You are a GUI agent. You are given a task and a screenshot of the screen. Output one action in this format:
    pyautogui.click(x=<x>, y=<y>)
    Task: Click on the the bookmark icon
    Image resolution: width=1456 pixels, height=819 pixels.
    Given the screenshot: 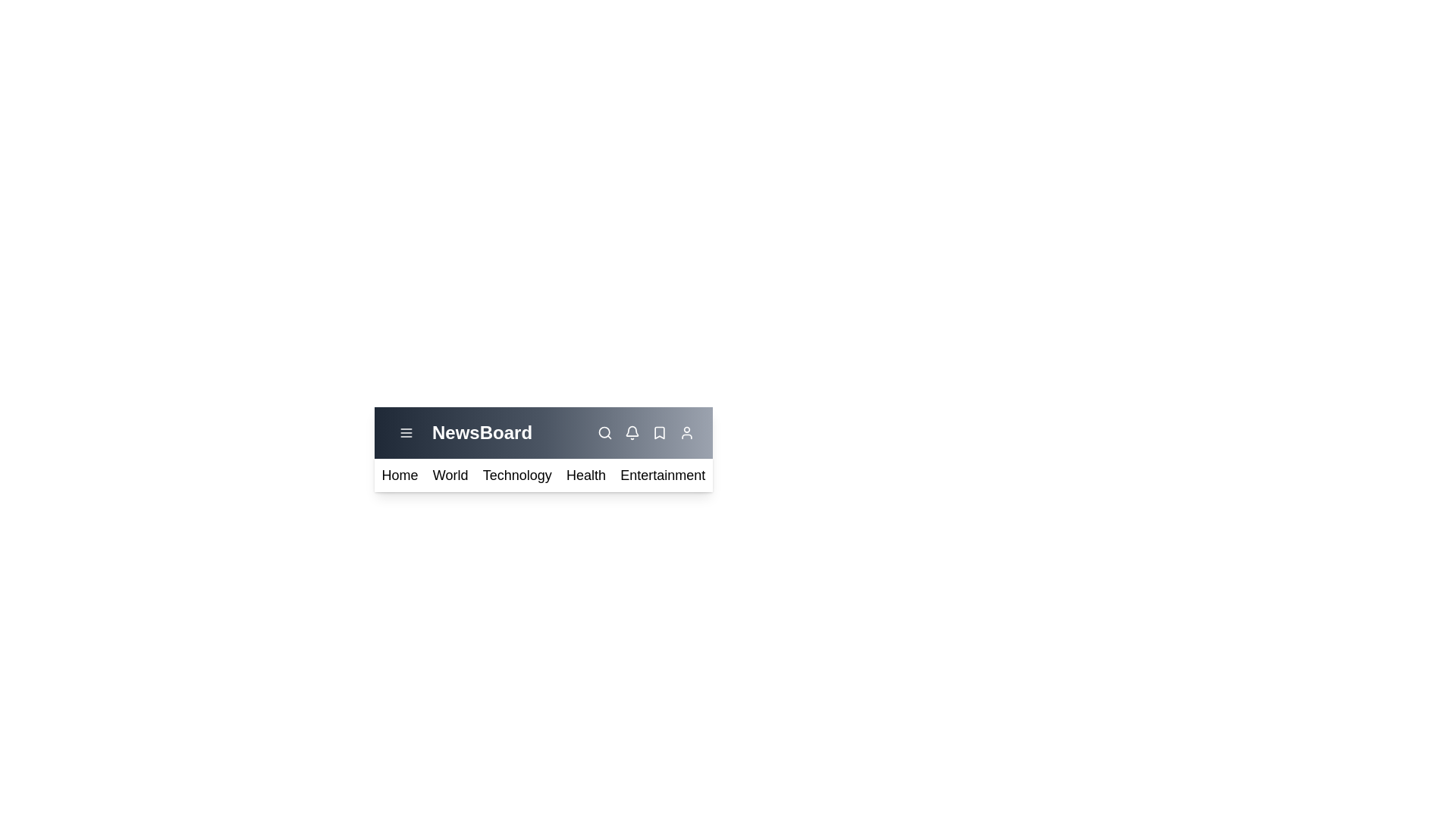 What is the action you would take?
    pyautogui.click(x=659, y=432)
    